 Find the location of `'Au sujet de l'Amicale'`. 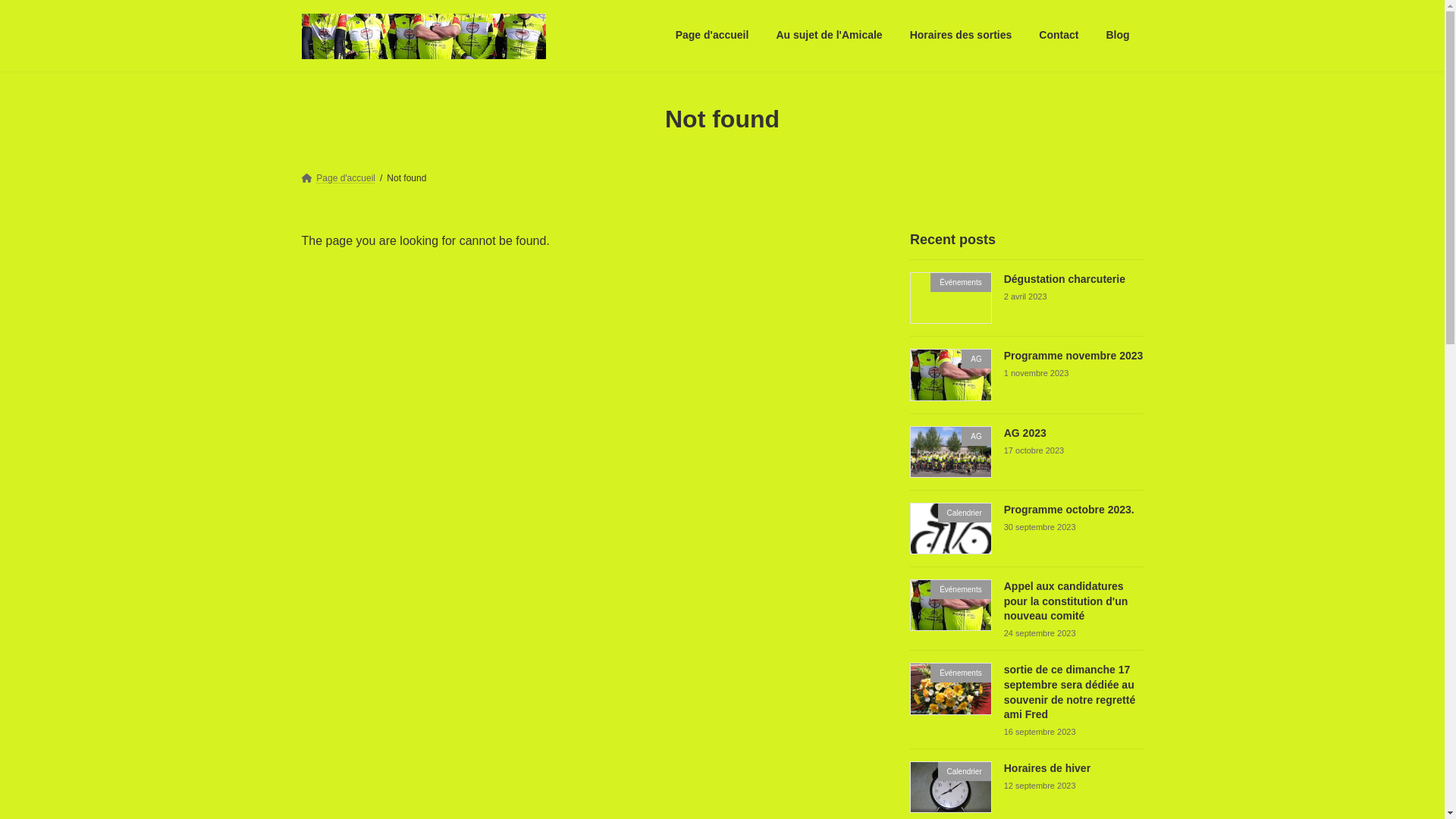

'Au sujet de l'Amicale' is located at coordinates (828, 34).